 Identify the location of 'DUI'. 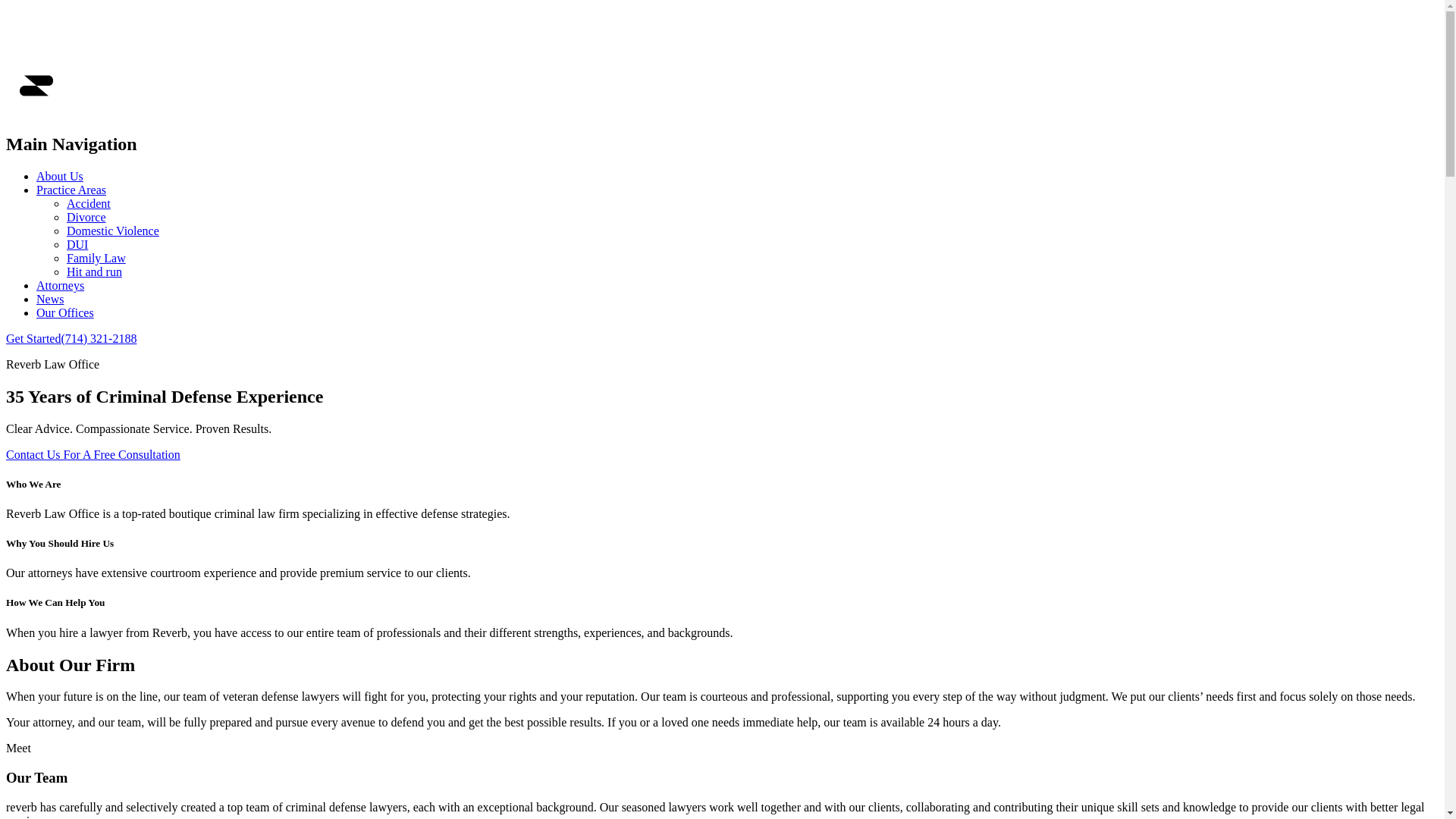
(76, 243).